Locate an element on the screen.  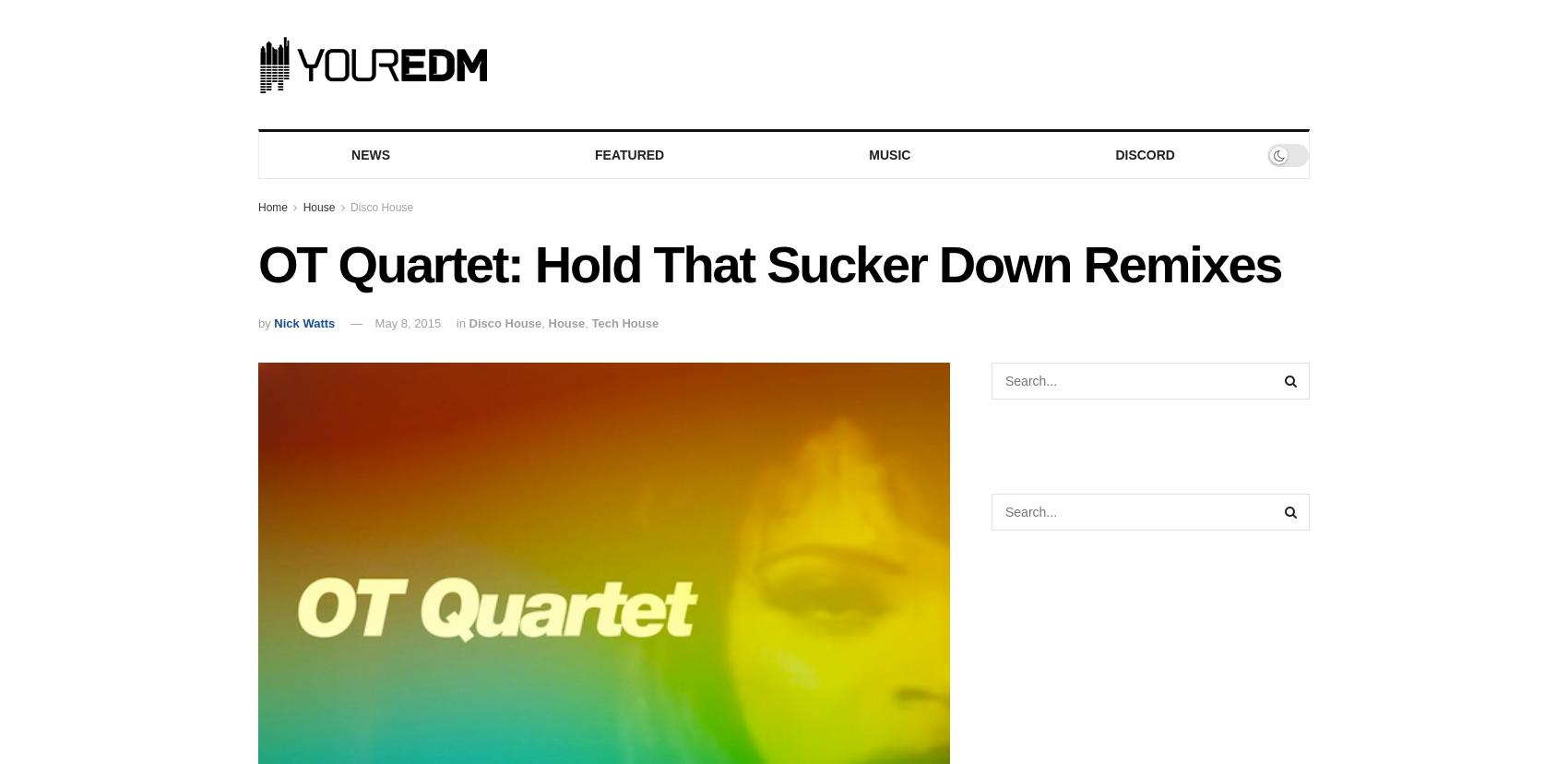
'Home' is located at coordinates (257, 207).